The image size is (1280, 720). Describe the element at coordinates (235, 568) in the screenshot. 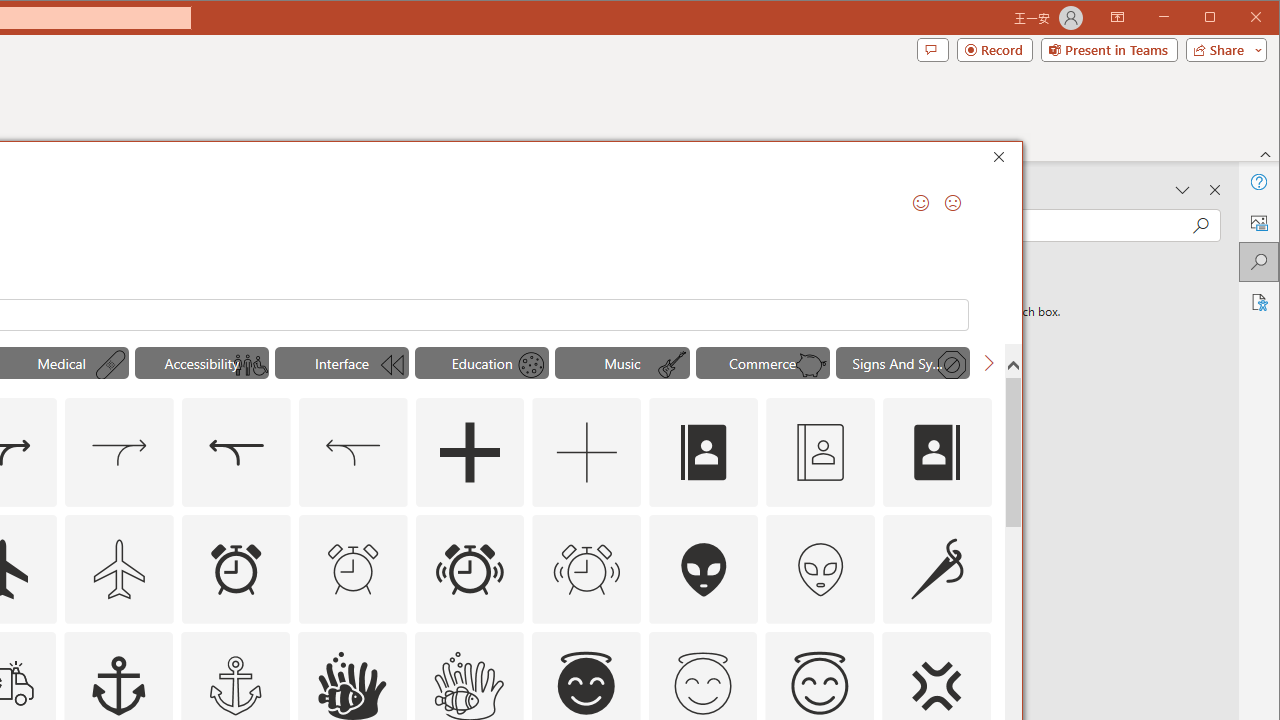

I see `'AutomationID: Icons_AlarmClock'` at that location.